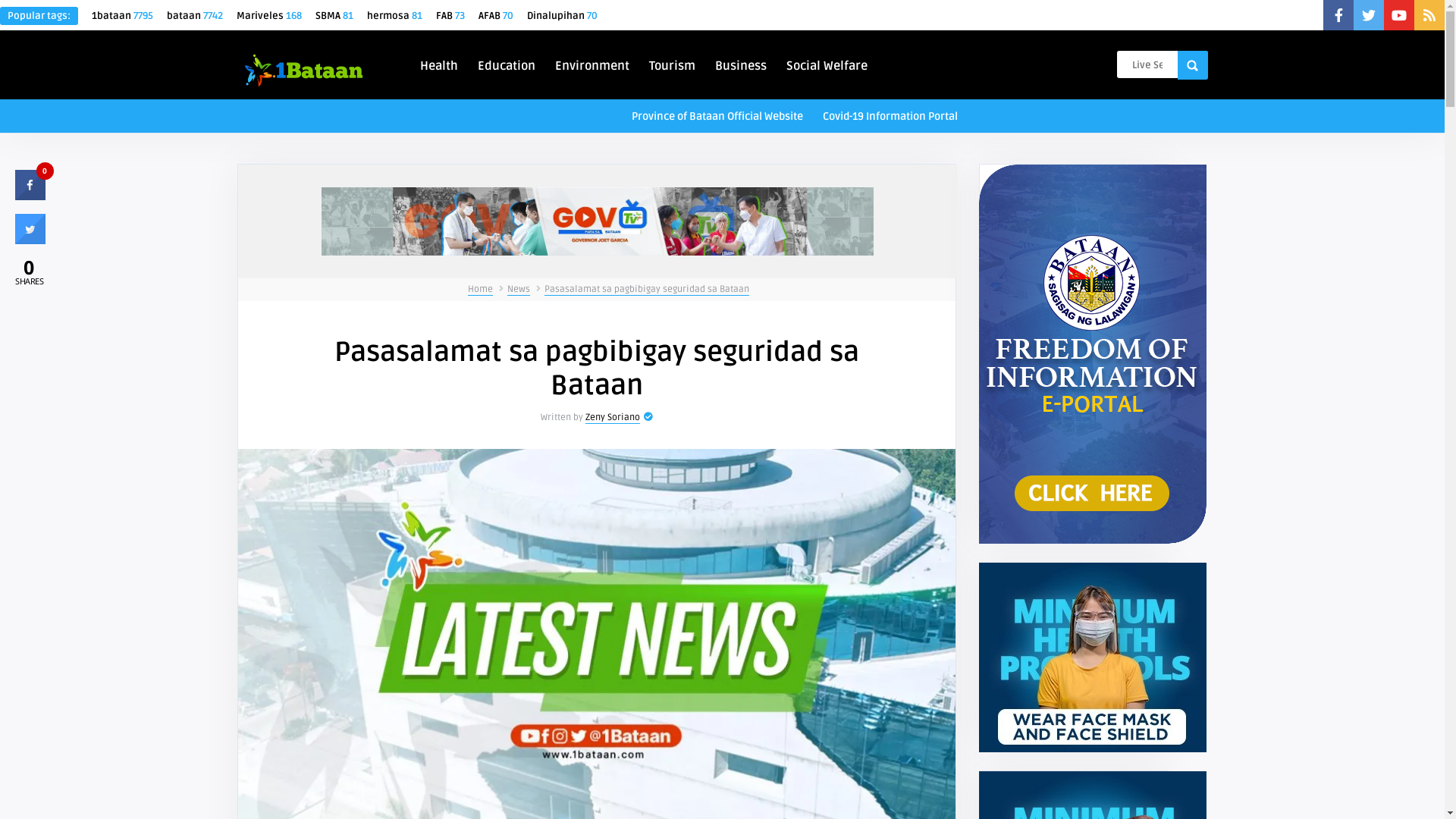  What do you see at coordinates (438, 63) in the screenshot?
I see `'Health'` at bounding box center [438, 63].